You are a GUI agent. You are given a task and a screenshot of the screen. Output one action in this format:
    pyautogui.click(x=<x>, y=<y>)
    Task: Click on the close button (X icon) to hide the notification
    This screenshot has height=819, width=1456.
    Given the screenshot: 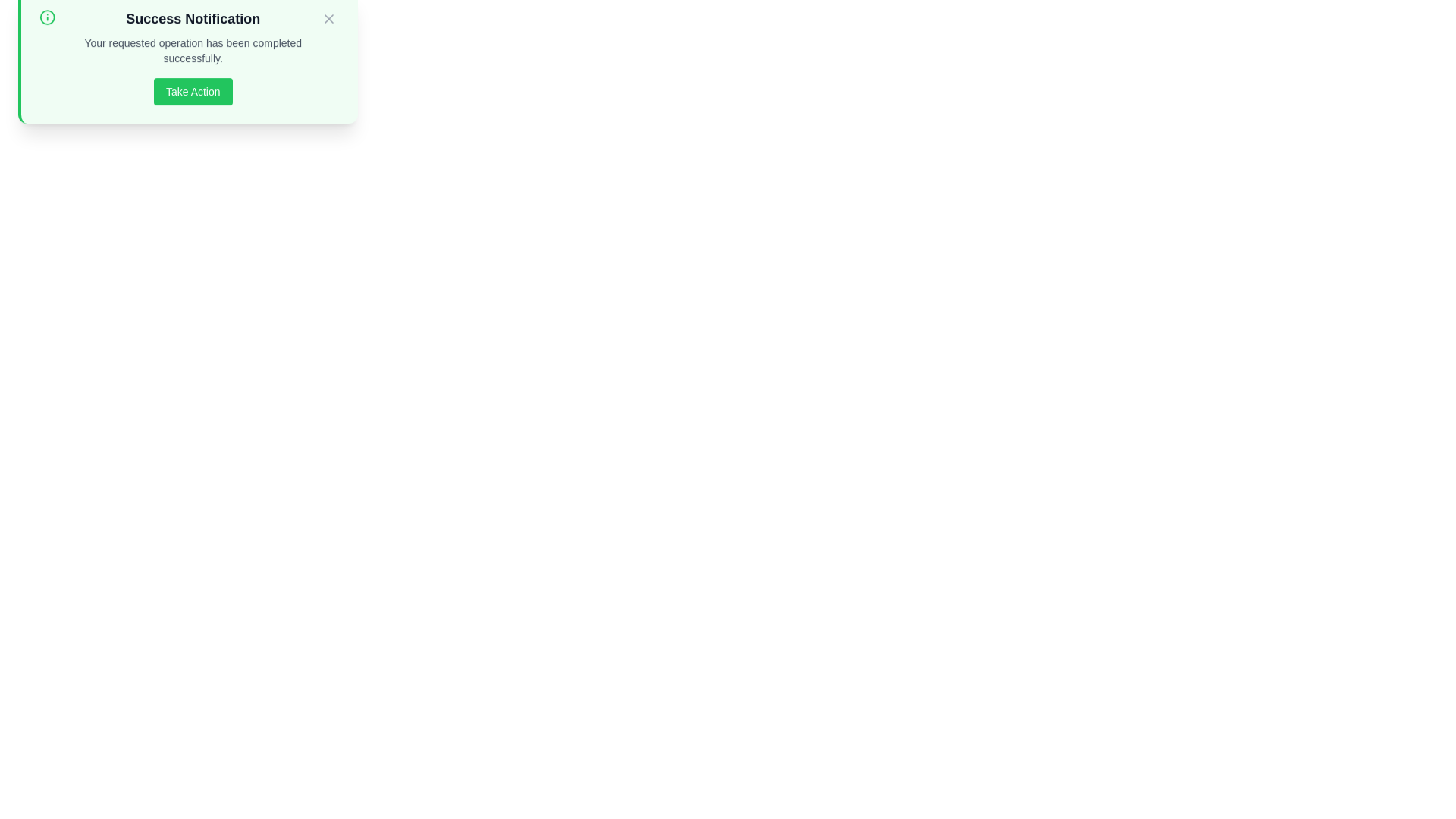 What is the action you would take?
    pyautogui.click(x=328, y=34)
    